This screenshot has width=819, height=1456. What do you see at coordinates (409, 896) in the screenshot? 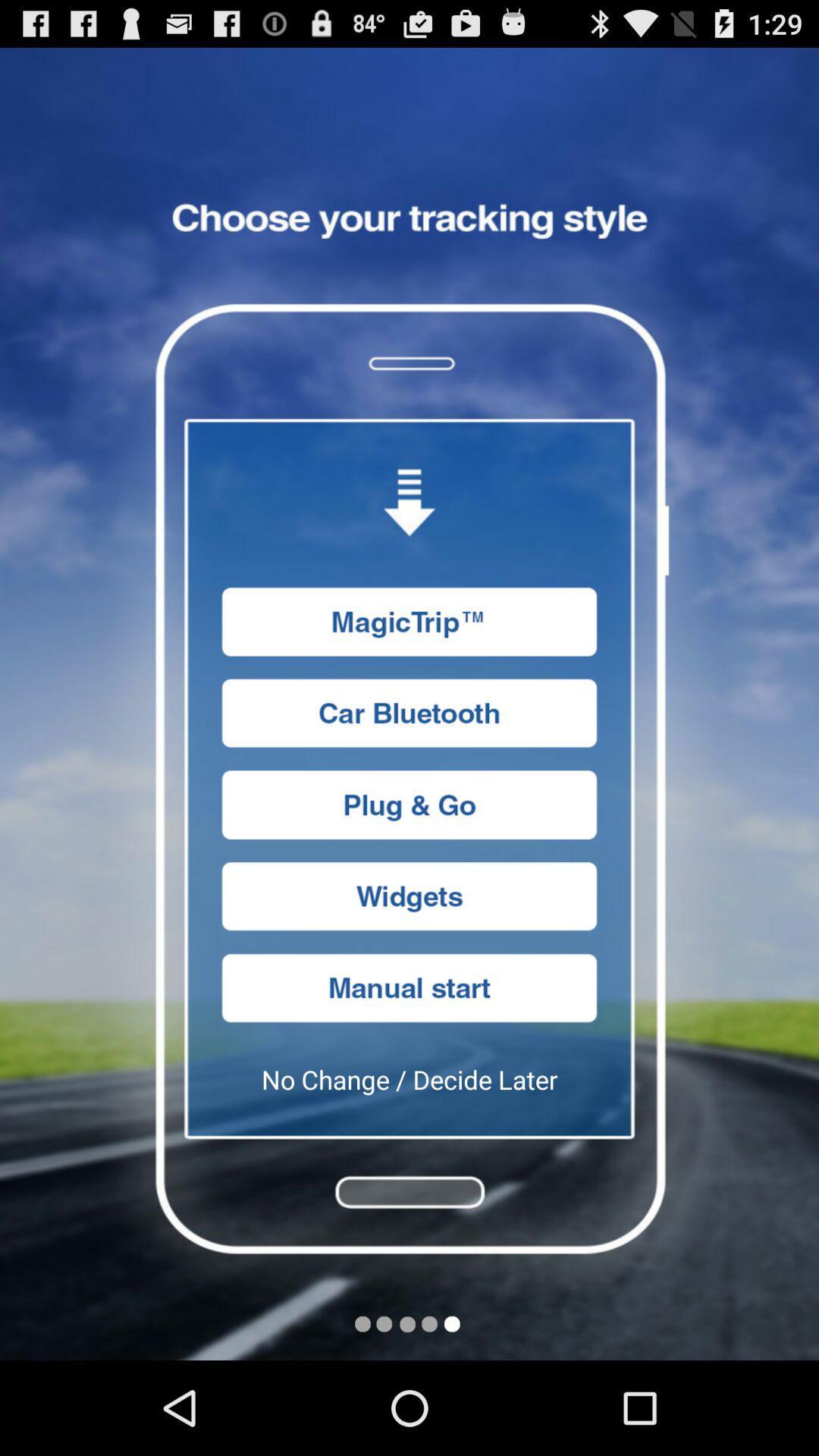
I see `widgets button` at bounding box center [409, 896].